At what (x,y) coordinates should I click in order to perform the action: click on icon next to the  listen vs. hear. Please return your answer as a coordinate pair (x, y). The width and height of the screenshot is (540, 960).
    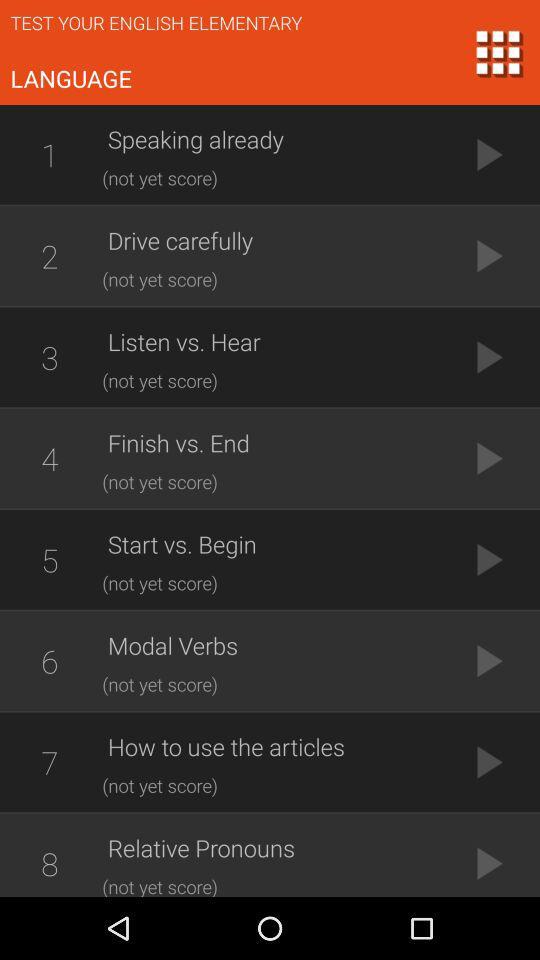
    Looking at the image, I should click on (49, 357).